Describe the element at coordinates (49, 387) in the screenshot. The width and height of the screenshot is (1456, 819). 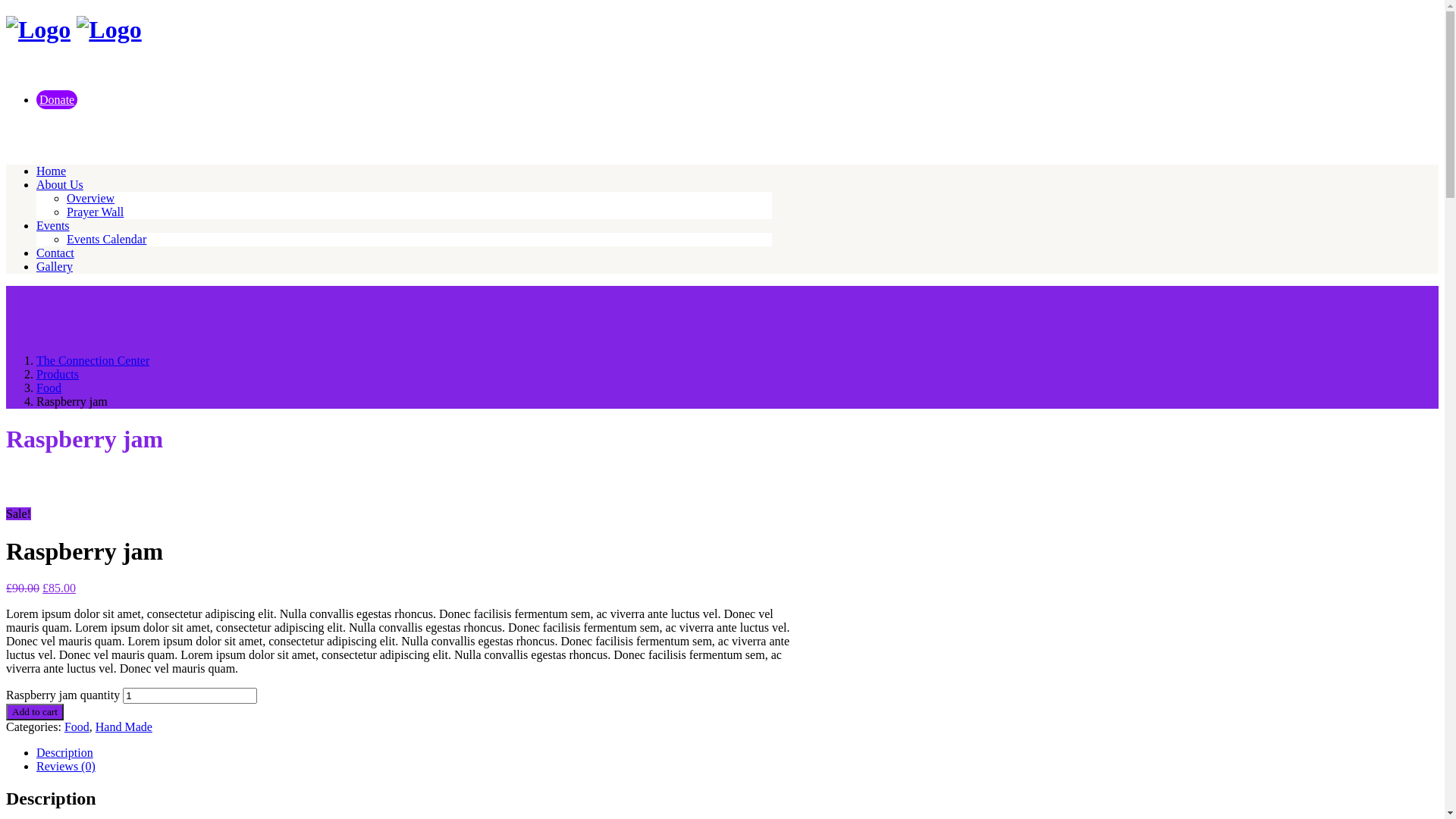
I see `'Food'` at that location.